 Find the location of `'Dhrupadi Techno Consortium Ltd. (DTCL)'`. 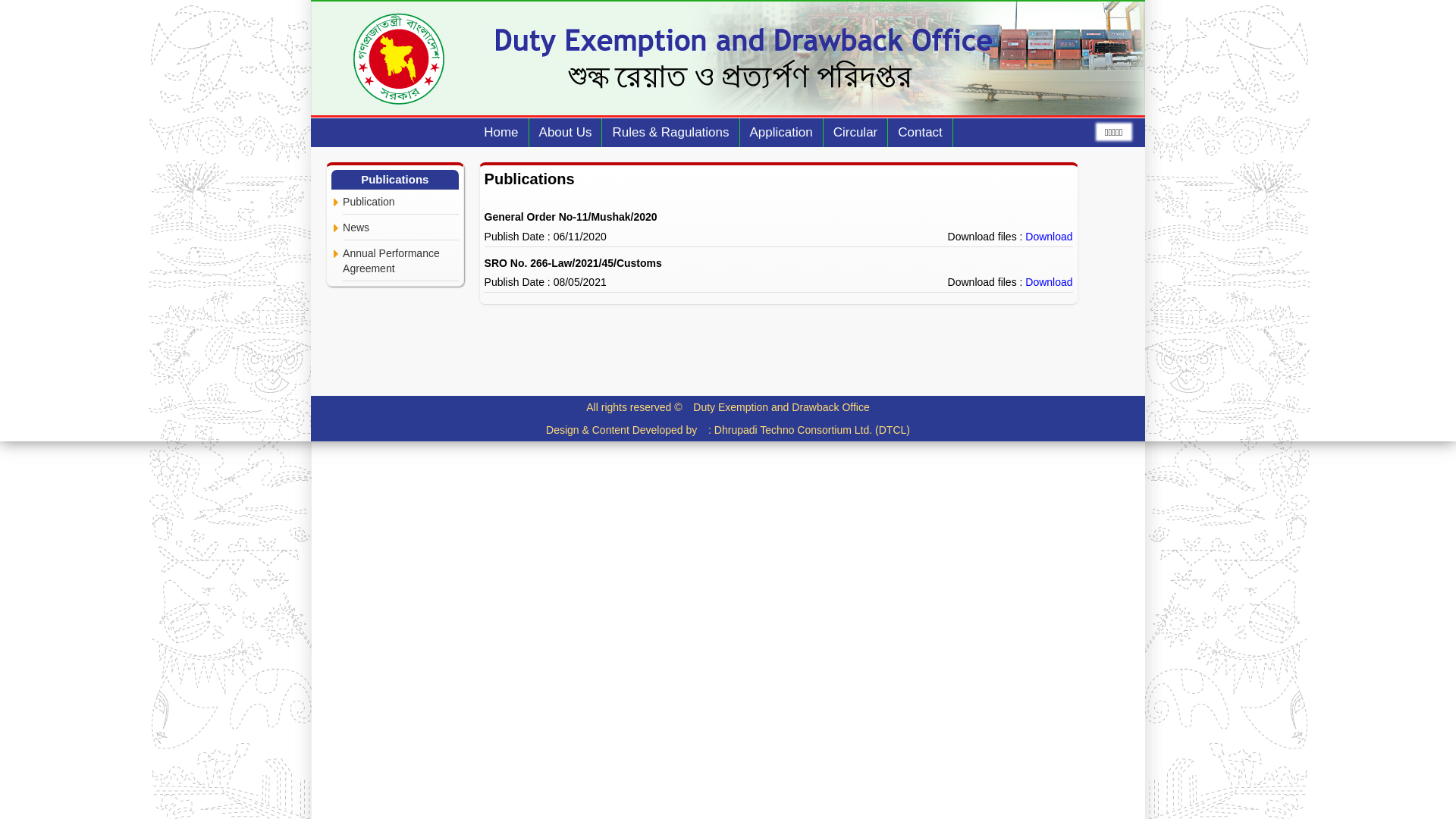

'Dhrupadi Techno Consortium Ltd. (DTCL)' is located at coordinates (811, 430).